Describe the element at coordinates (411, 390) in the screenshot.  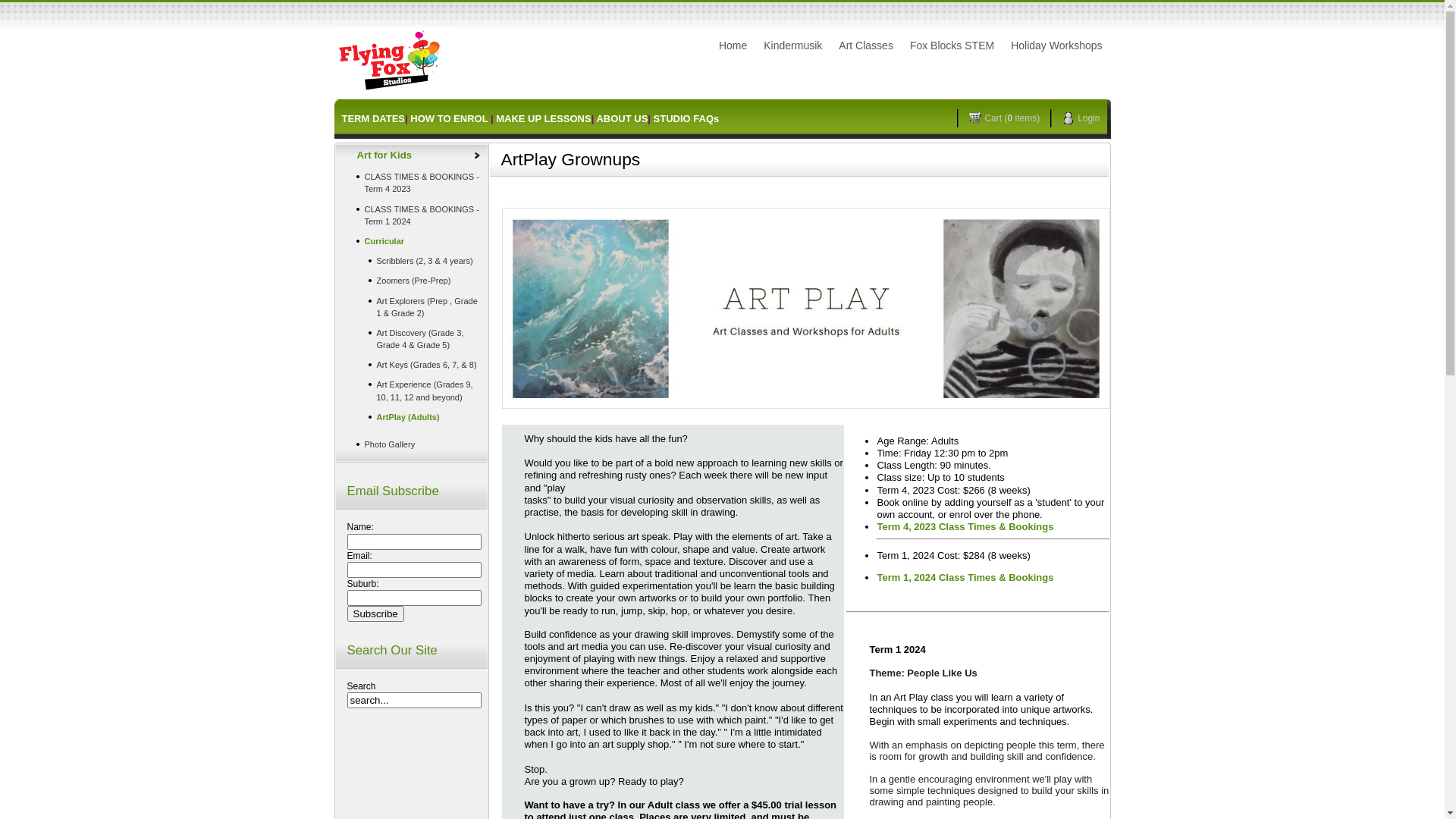
I see `'Art Experience (Grades 9, 10, 11, 12 and beyond)'` at that location.